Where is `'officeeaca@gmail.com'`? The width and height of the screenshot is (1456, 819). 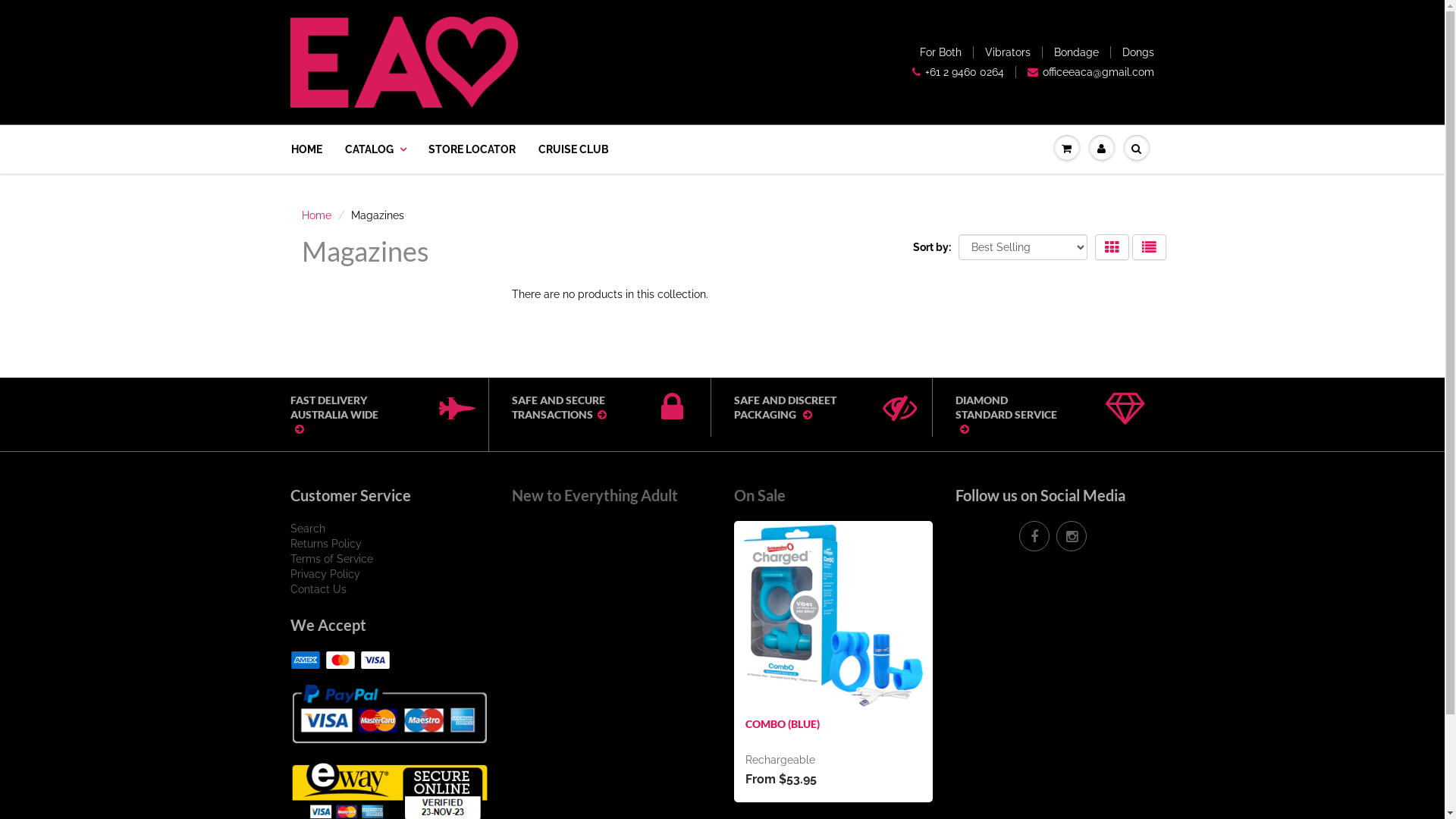
'officeeaca@gmail.com' is located at coordinates (1090, 72).